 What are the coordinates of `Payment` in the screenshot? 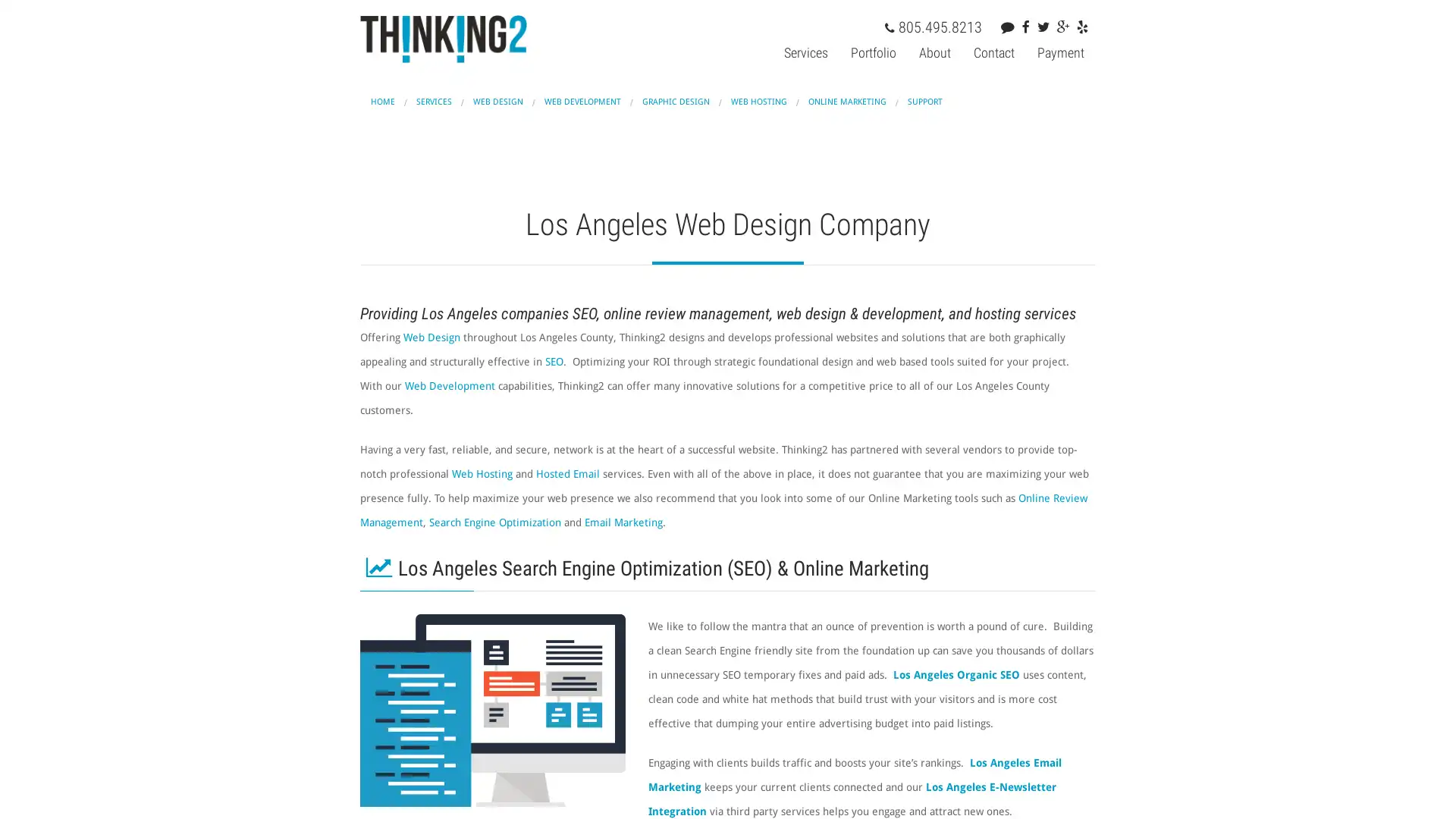 It's located at (1059, 52).